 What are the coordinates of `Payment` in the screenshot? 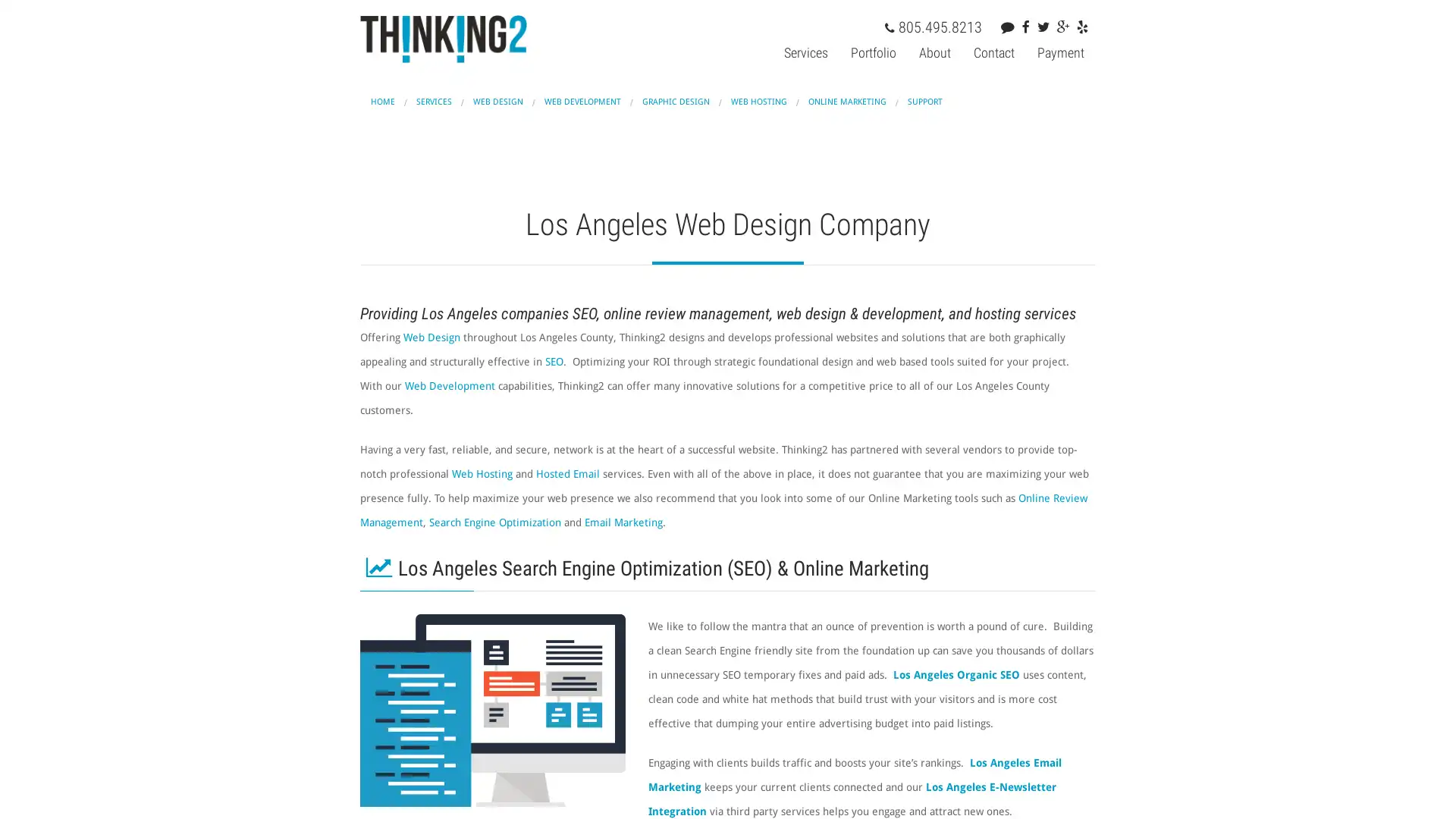 It's located at (1059, 52).